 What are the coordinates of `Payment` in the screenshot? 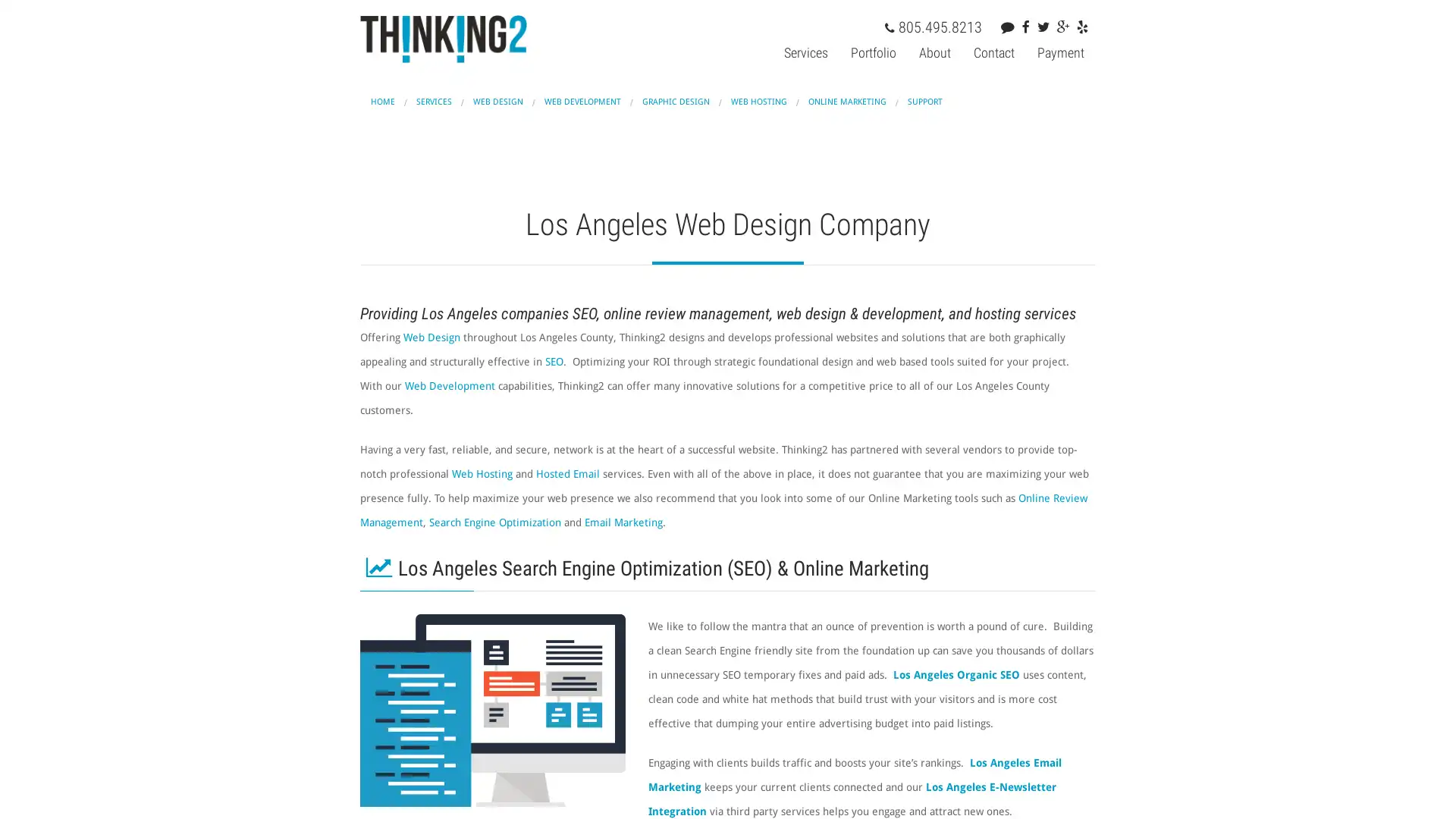 It's located at (1059, 52).